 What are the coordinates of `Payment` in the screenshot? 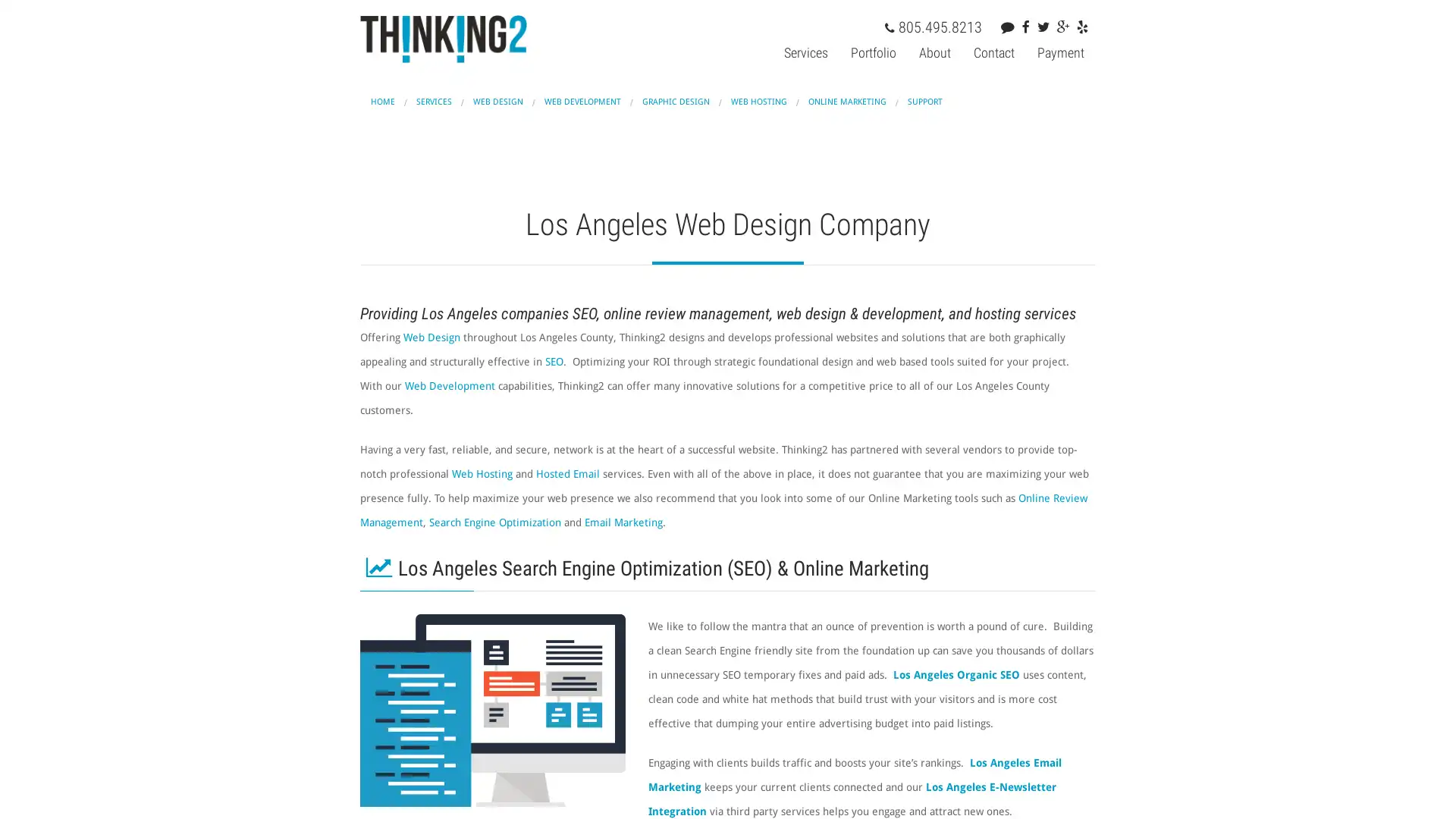 It's located at (1059, 52).